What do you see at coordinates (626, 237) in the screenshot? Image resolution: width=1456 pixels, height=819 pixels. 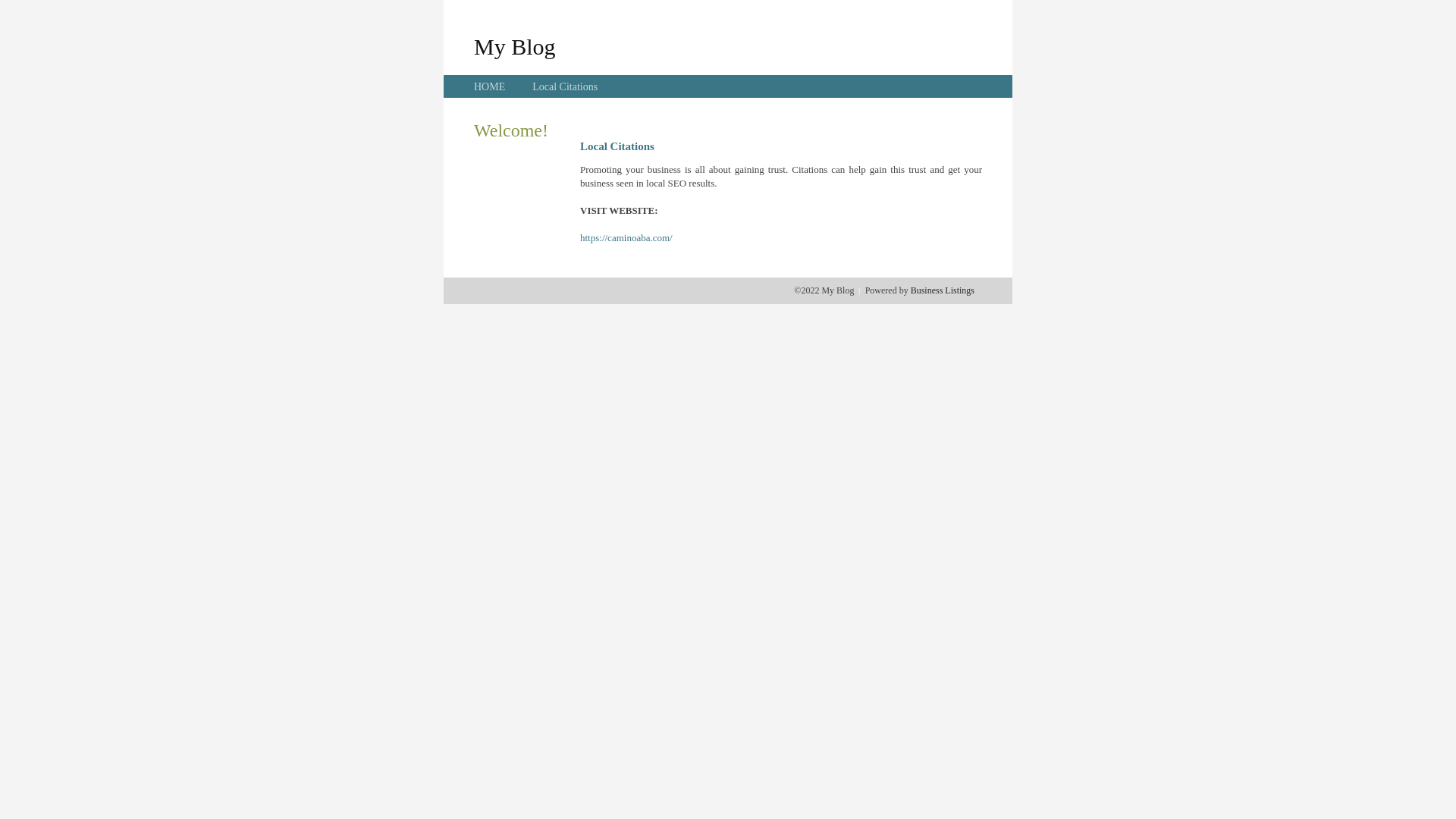 I see `'https://caminoaba.com/'` at bounding box center [626, 237].